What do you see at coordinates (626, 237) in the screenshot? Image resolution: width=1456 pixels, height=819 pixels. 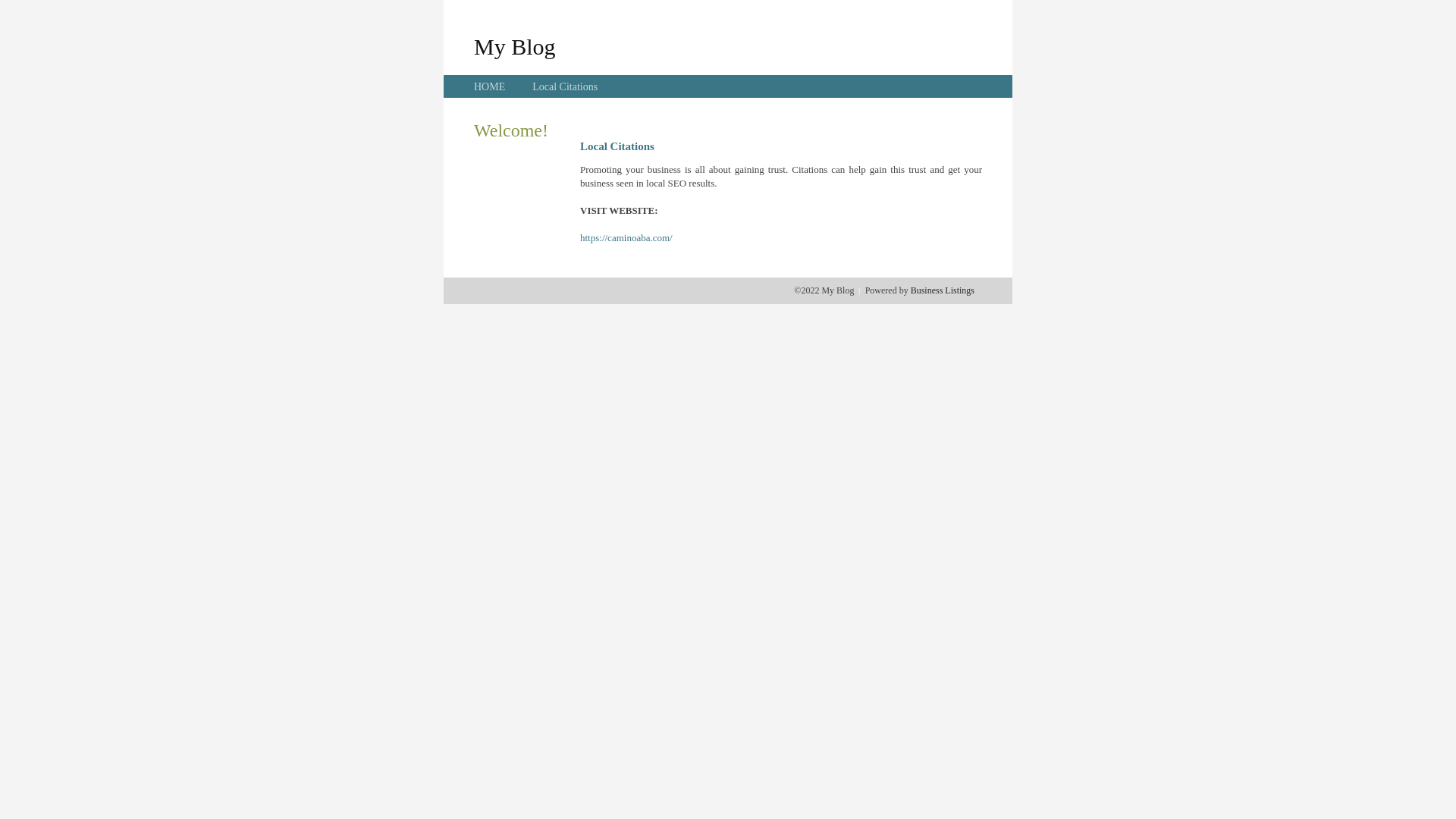 I see `'https://caminoaba.com/'` at bounding box center [626, 237].